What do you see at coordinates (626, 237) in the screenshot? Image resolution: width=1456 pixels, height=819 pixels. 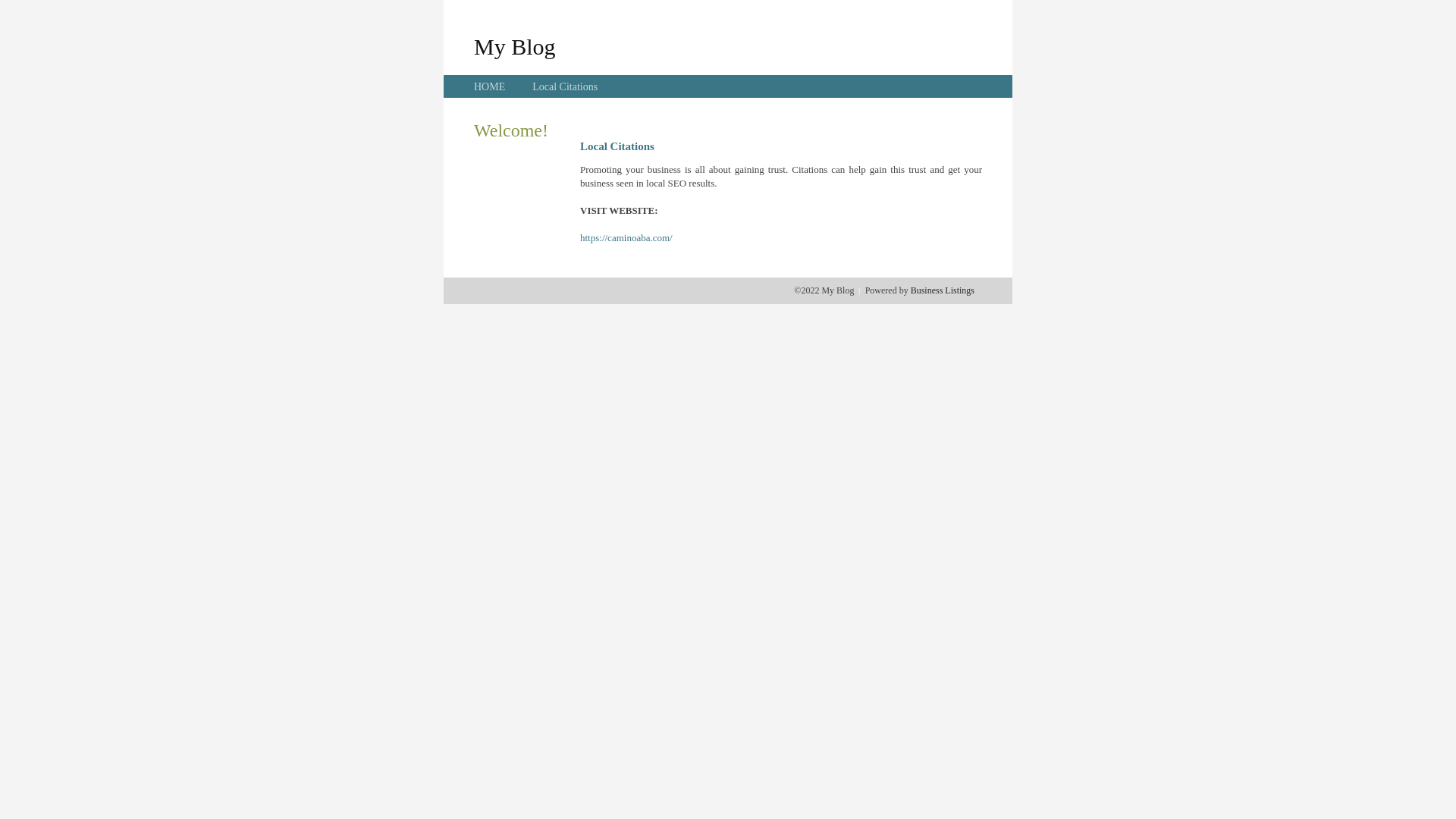 I see `'https://caminoaba.com/'` at bounding box center [626, 237].